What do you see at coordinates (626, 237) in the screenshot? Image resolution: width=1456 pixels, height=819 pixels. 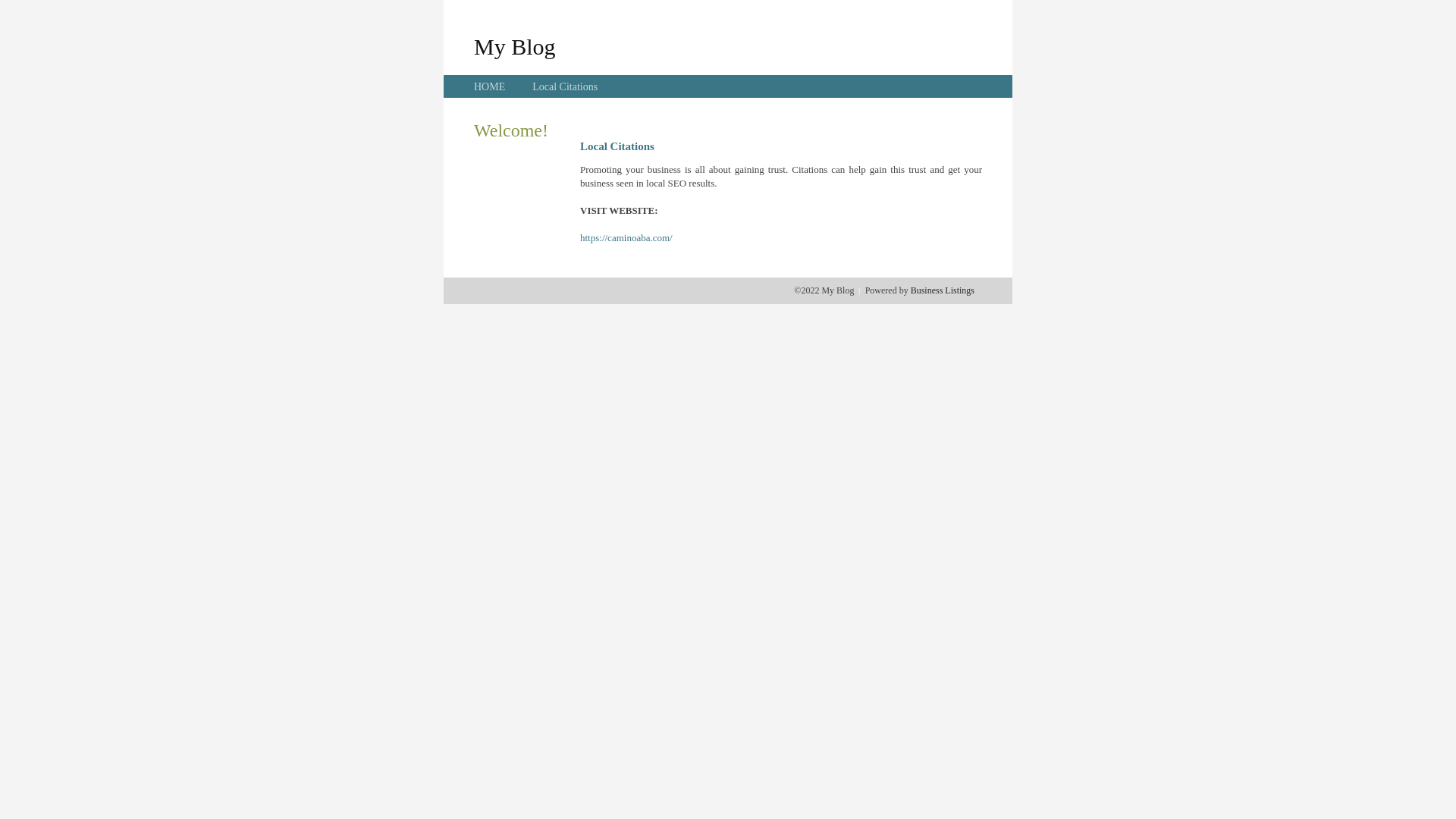 I see `'https://caminoaba.com/'` at bounding box center [626, 237].